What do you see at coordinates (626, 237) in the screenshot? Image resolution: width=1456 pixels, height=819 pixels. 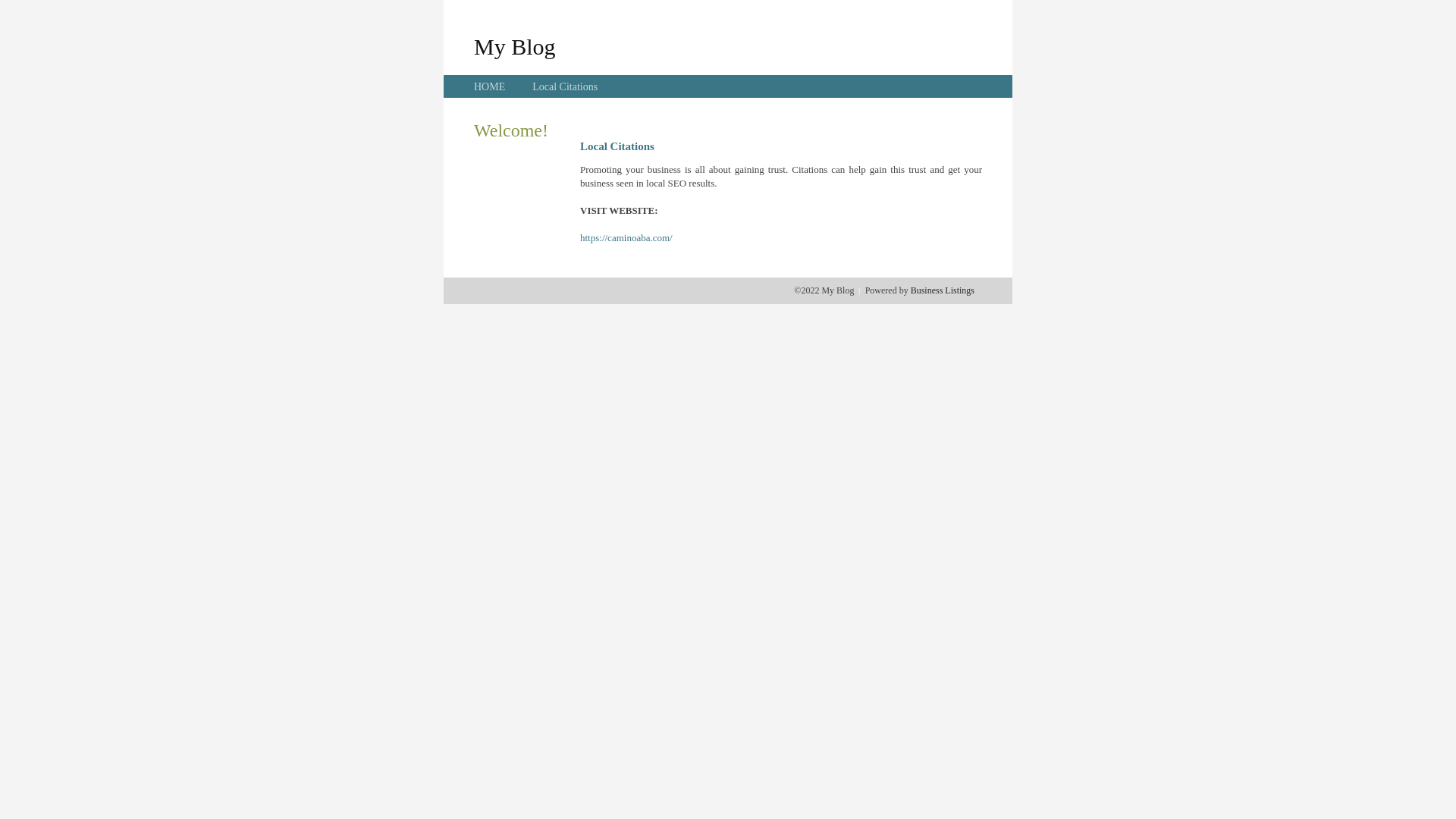 I see `'https://caminoaba.com/'` at bounding box center [626, 237].